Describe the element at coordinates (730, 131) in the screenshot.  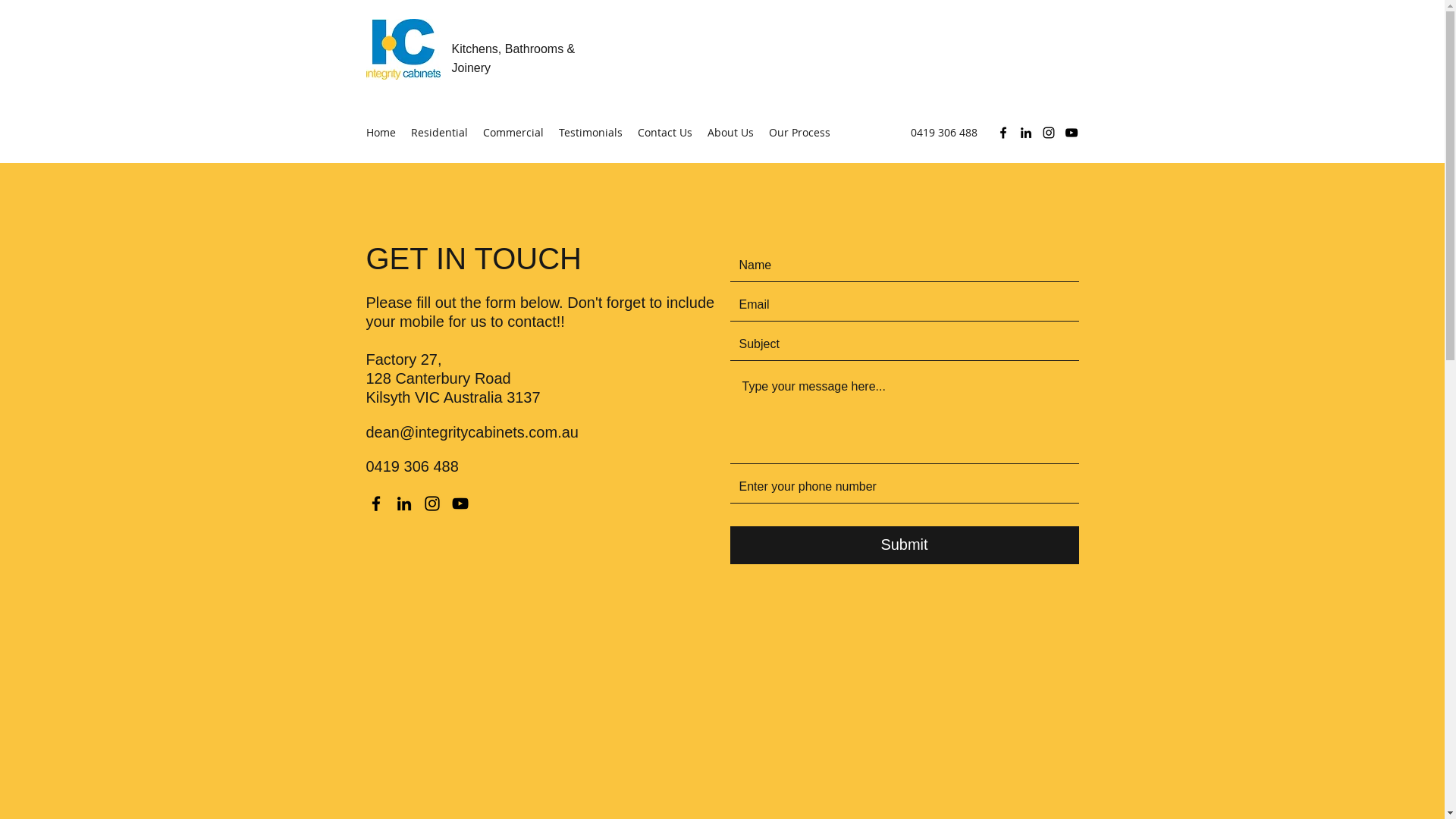
I see `'About Us'` at that location.